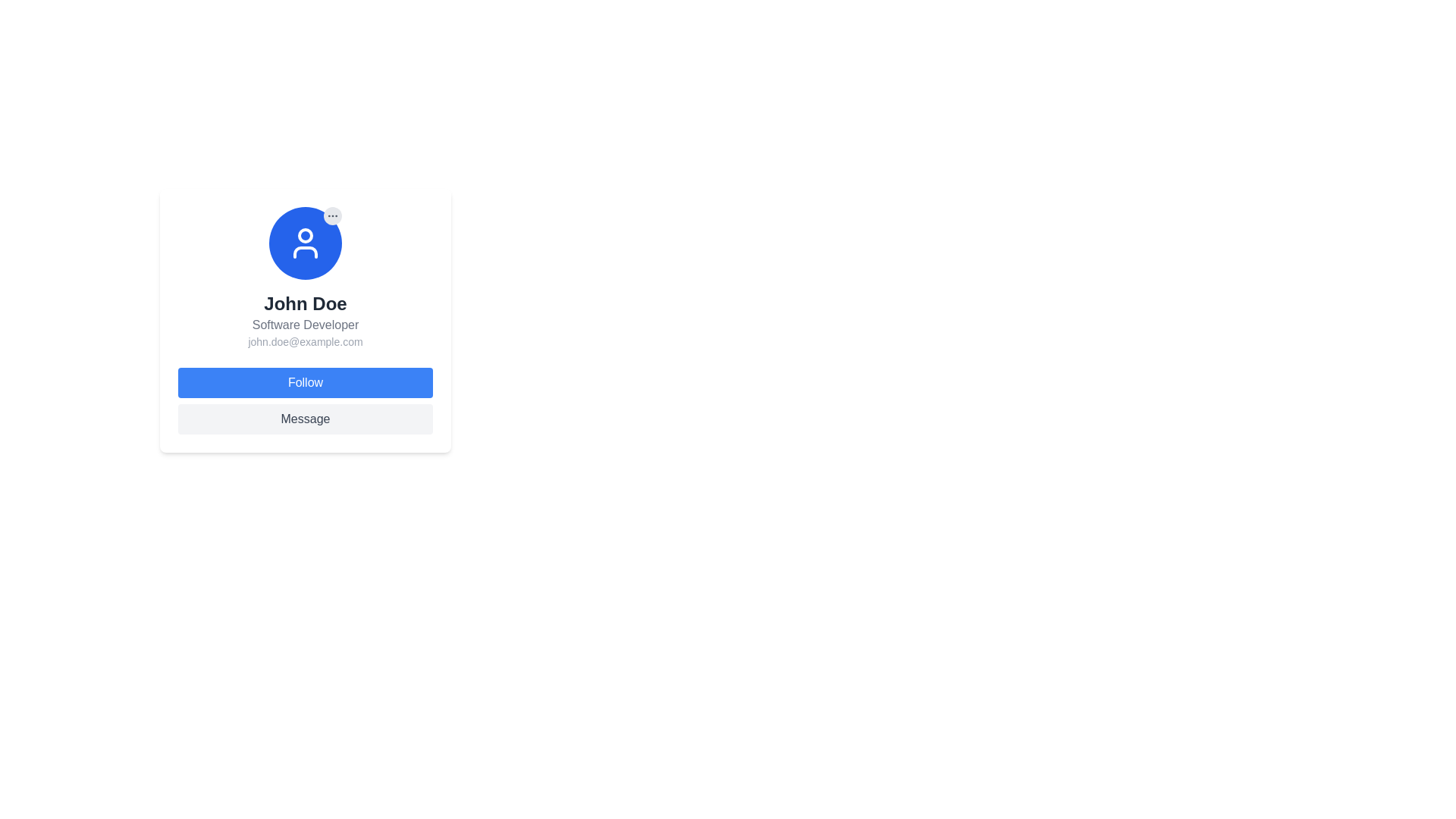 The image size is (1456, 819). I want to click on the 'Message' button located in the footer section of the user profile card, so click(305, 400).